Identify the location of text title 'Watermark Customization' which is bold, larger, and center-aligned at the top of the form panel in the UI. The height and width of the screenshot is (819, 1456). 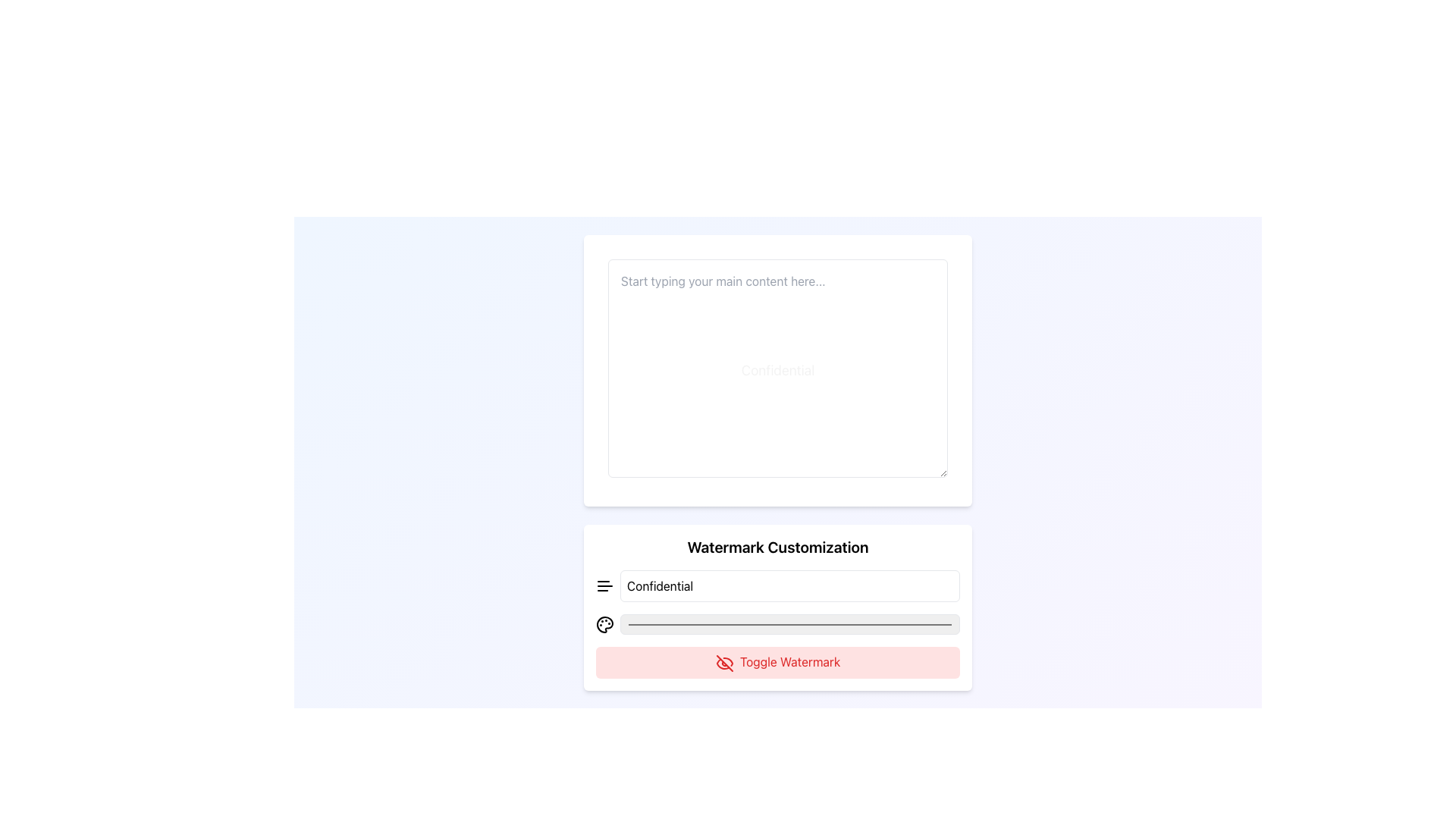
(778, 547).